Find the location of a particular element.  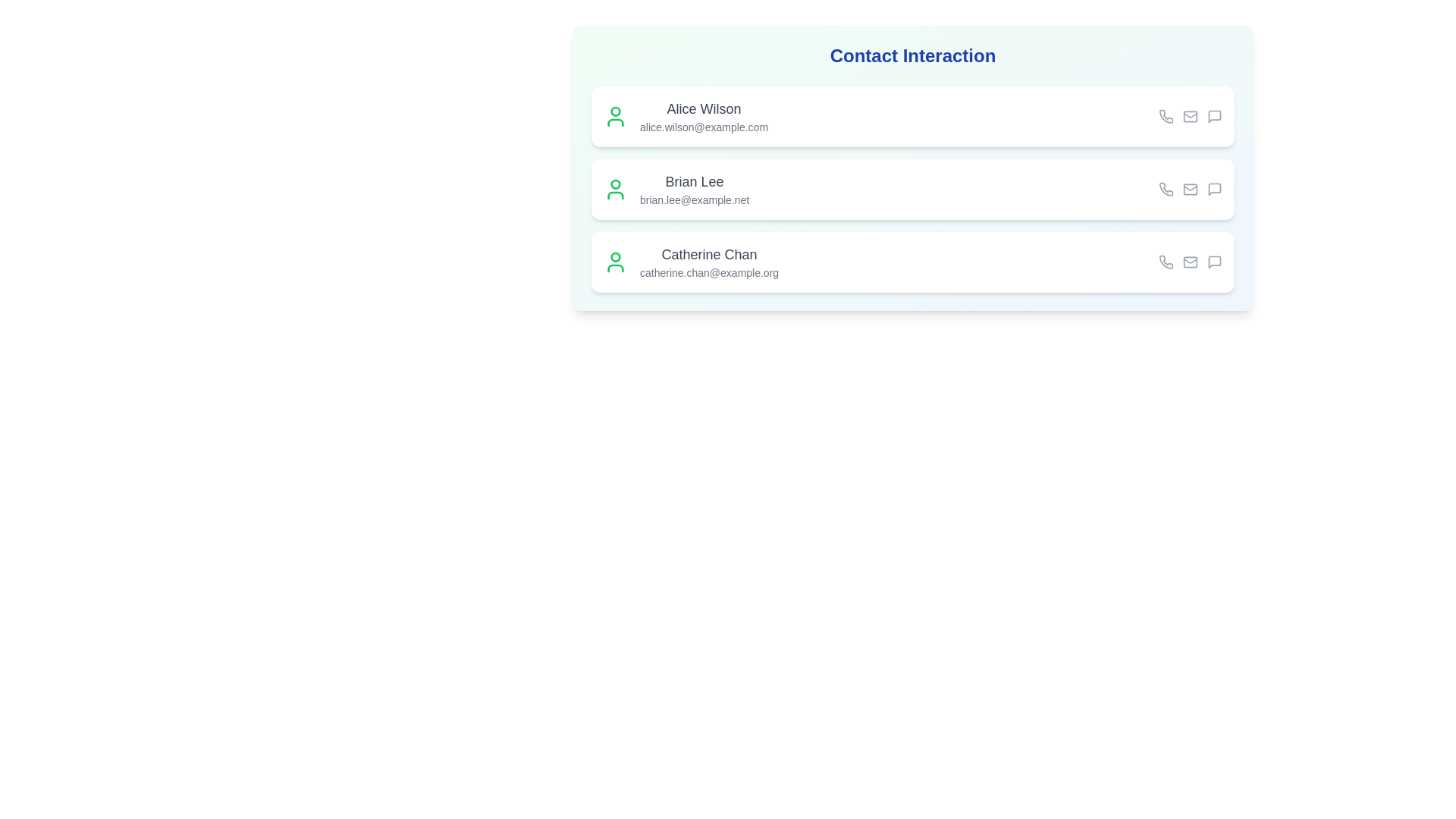

mail icon for Brian Lee to simulate composing an email is located at coordinates (1189, 189).